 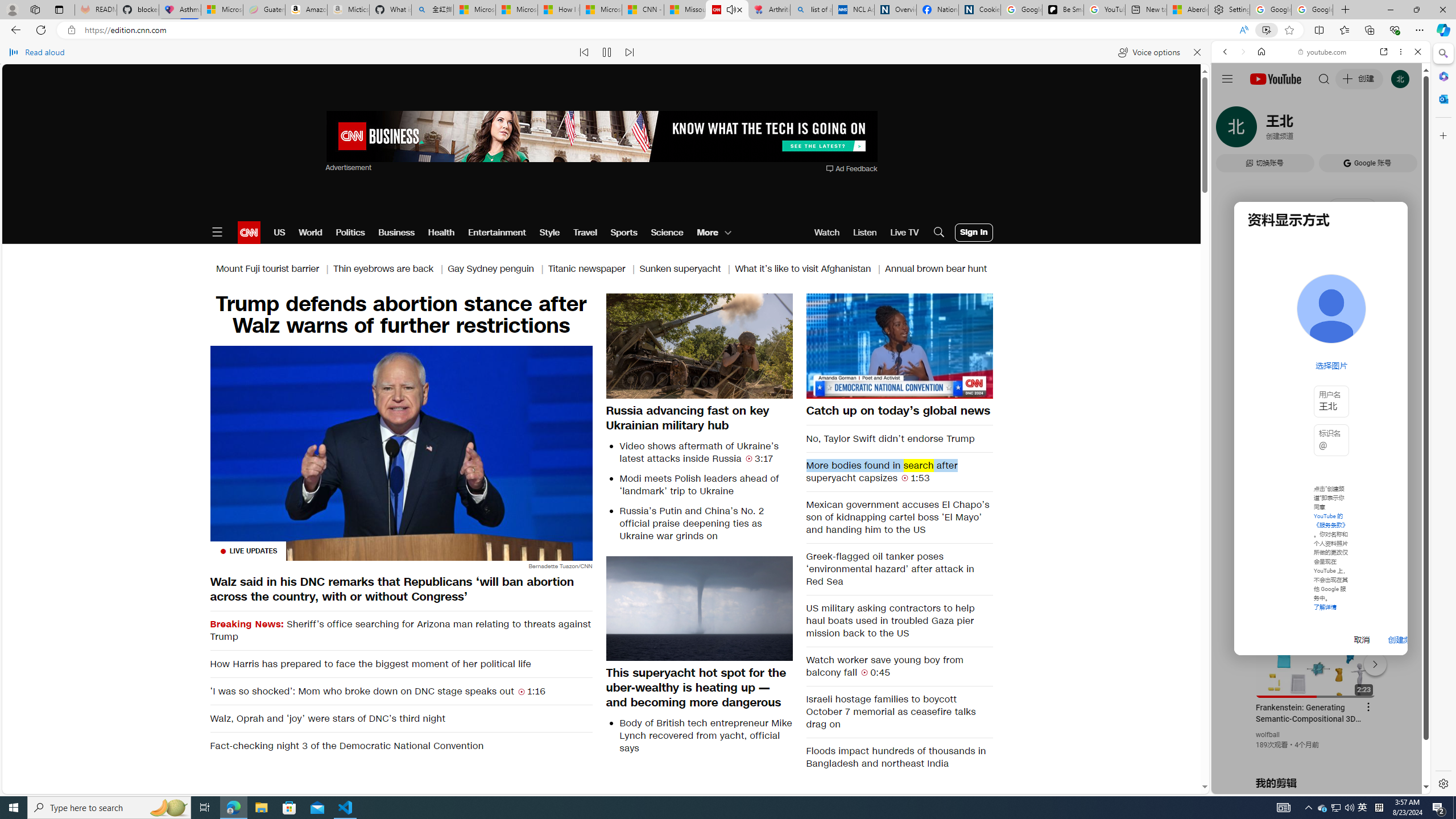 I want to click on 'US', so click(x=279, y=231).